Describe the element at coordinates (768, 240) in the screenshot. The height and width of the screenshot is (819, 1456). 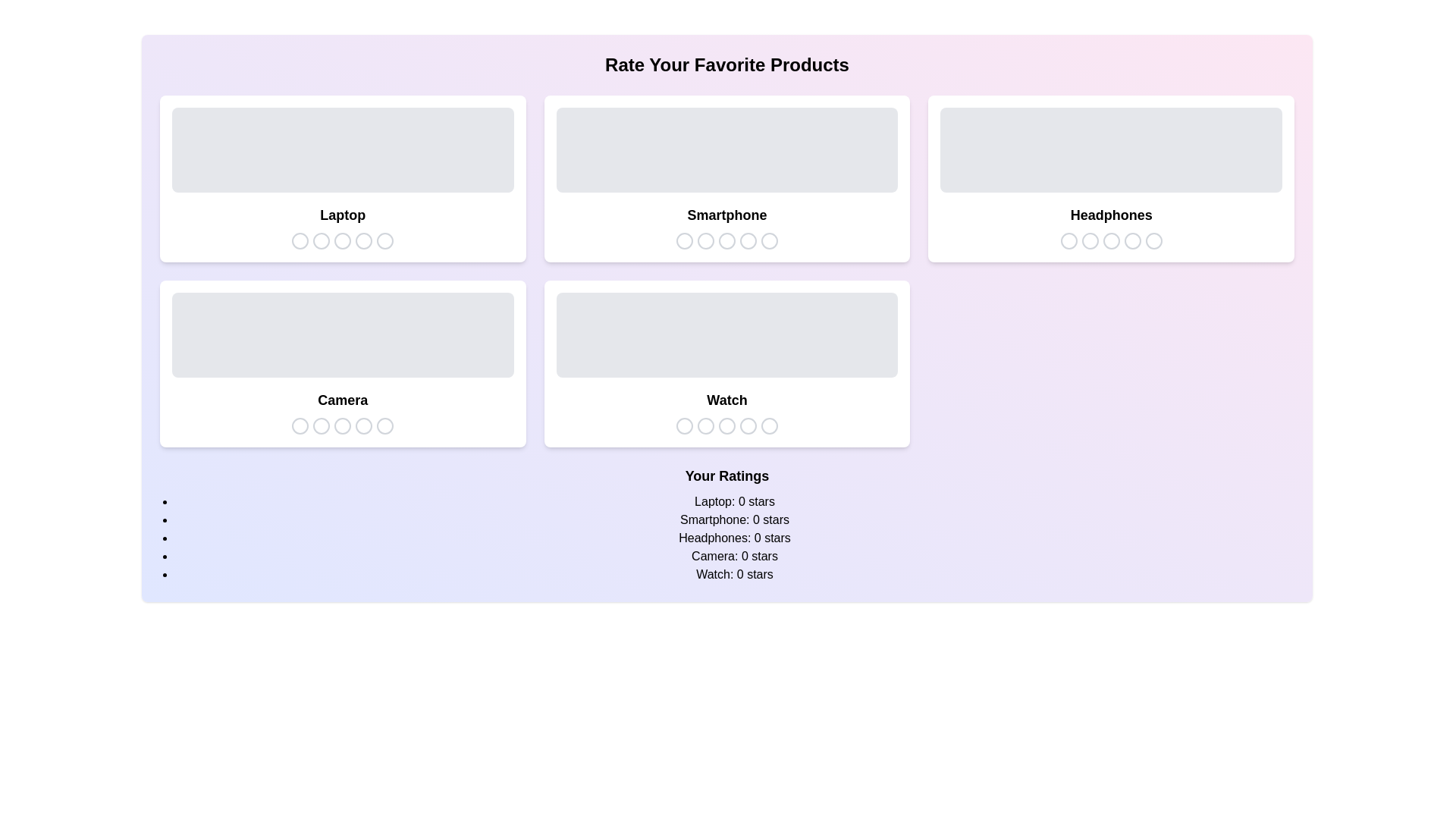
I see `the star icon corresponding to 5 stars for the product Smartphone` at that location.